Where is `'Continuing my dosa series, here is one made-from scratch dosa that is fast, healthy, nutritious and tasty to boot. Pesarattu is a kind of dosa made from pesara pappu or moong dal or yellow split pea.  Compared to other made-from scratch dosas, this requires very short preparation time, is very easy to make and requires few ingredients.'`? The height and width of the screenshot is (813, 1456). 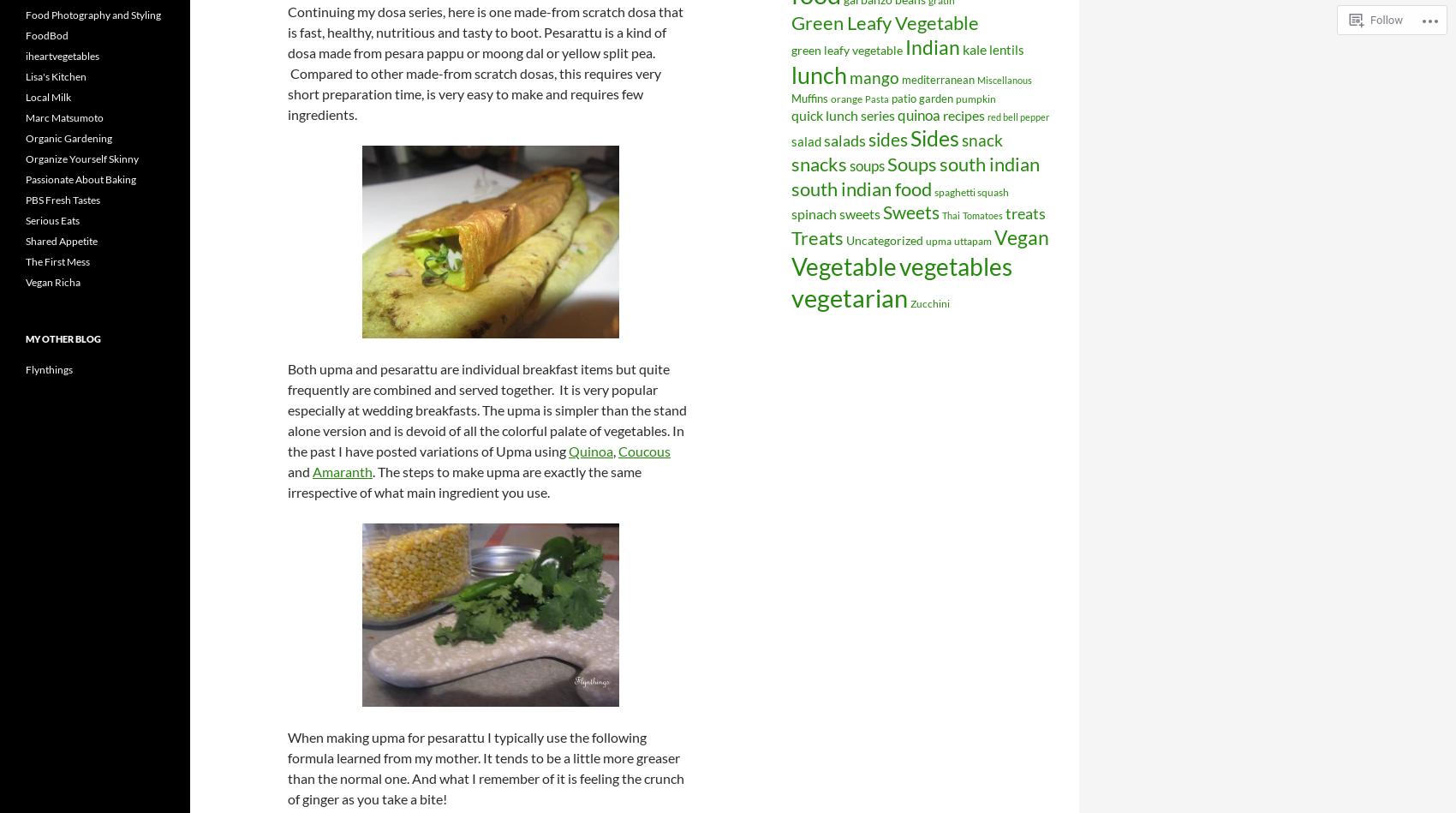
'Continuing my dosa series, here is one made-from scratch dosa that is fast, healthy, nutritious and tasty to boot. Pesarattu is a kind of dosa made from pesara pappu or moong dal or yellow split pea.  Compared to other made-from scratch dosas, this requires very short preparation time, is very easy to make and requires few ingredients.' is located at coordinates (286, 63).